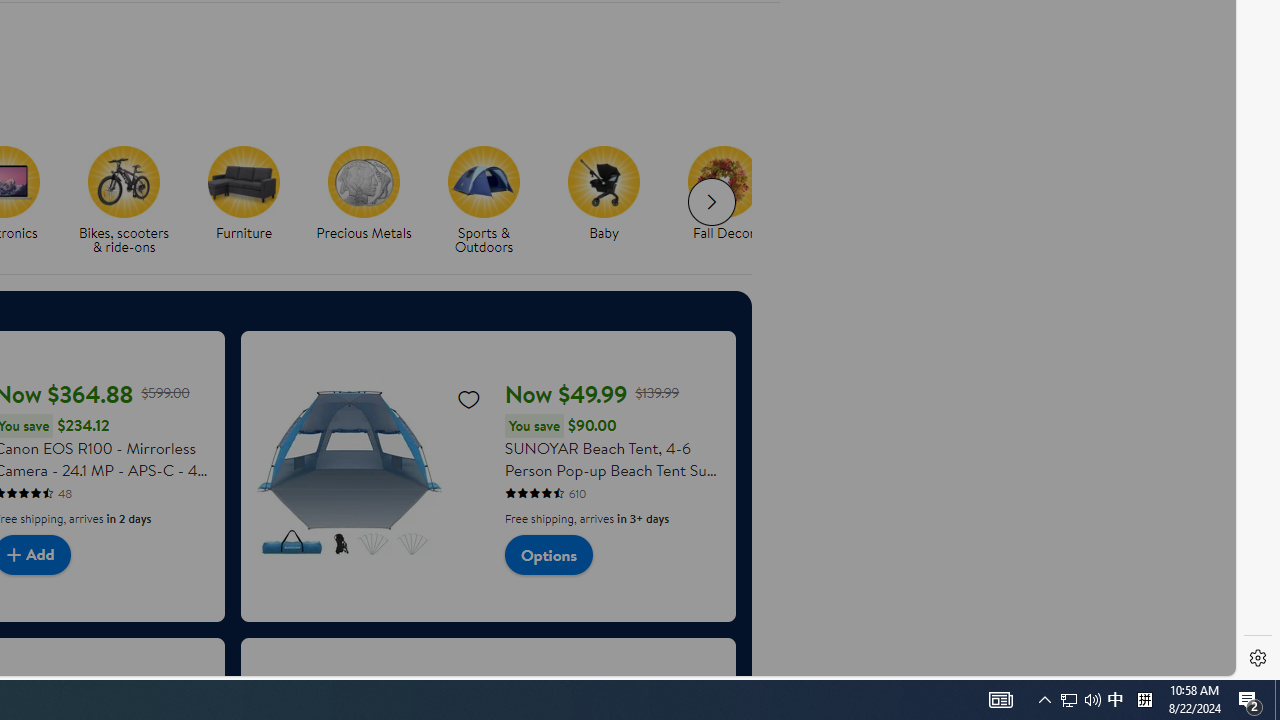 The height and width of the screenshot is (720, 1280). I want to click on 'Sports & Outdoors Sports & Outdoors', so click(484, 201).